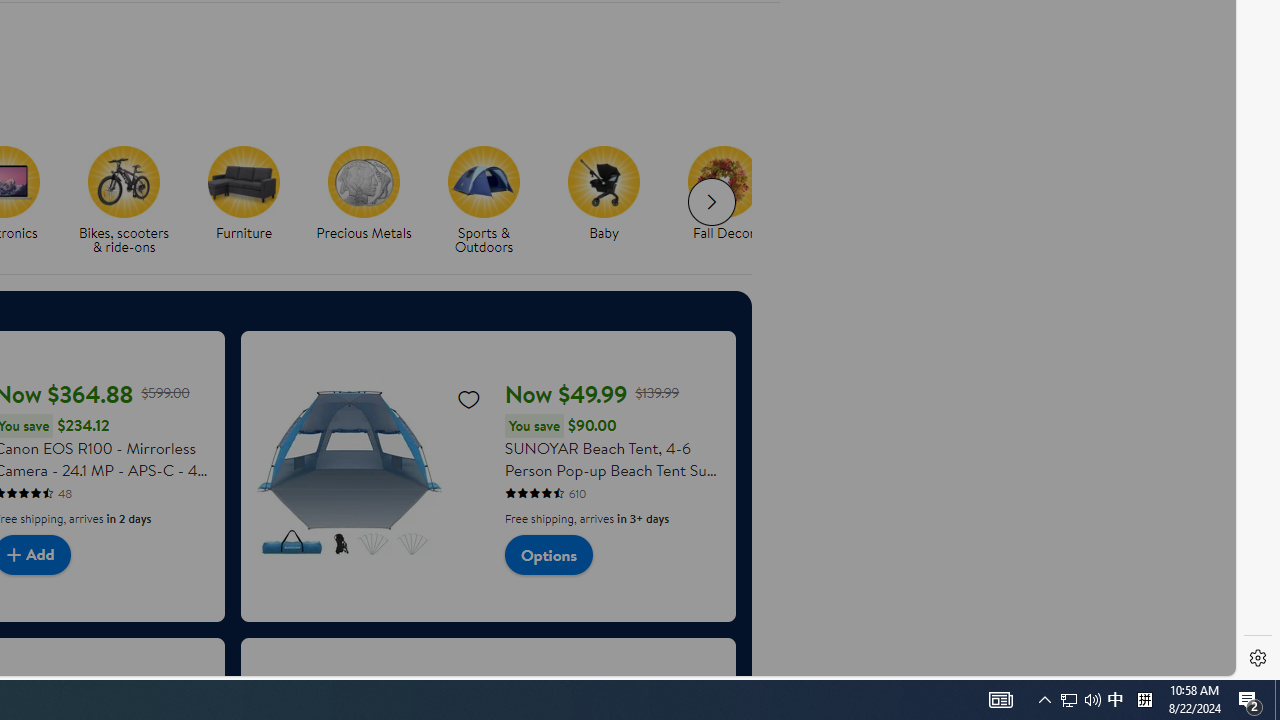 The height and width of the screenshot is (720, 1280). I want to click on 'Sports & Outdoors Sports & Outdoors', so click(484, 201).